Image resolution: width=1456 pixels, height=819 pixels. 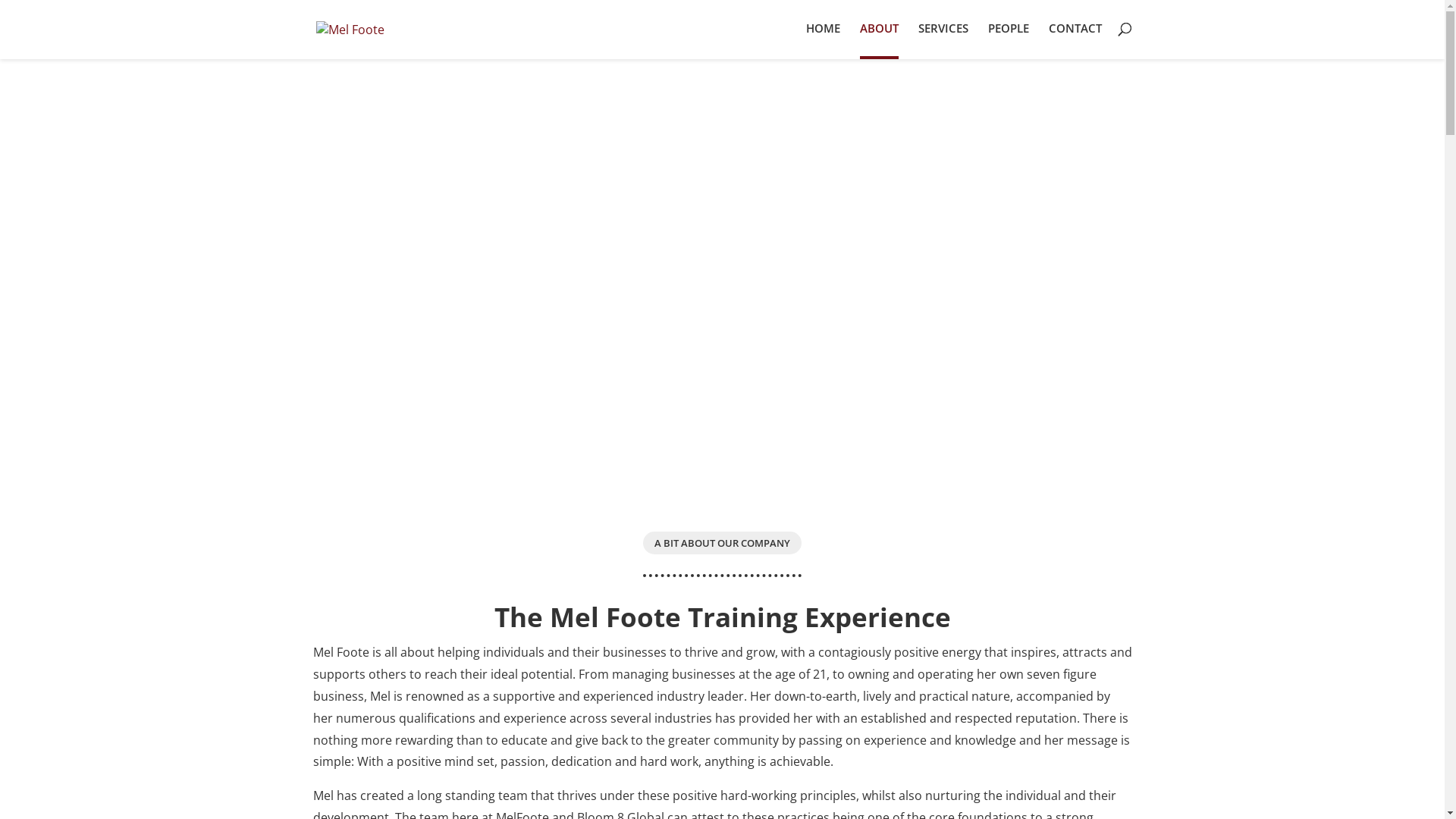 I want to click on 'PEOPLE', so click(x=1008, y=38).